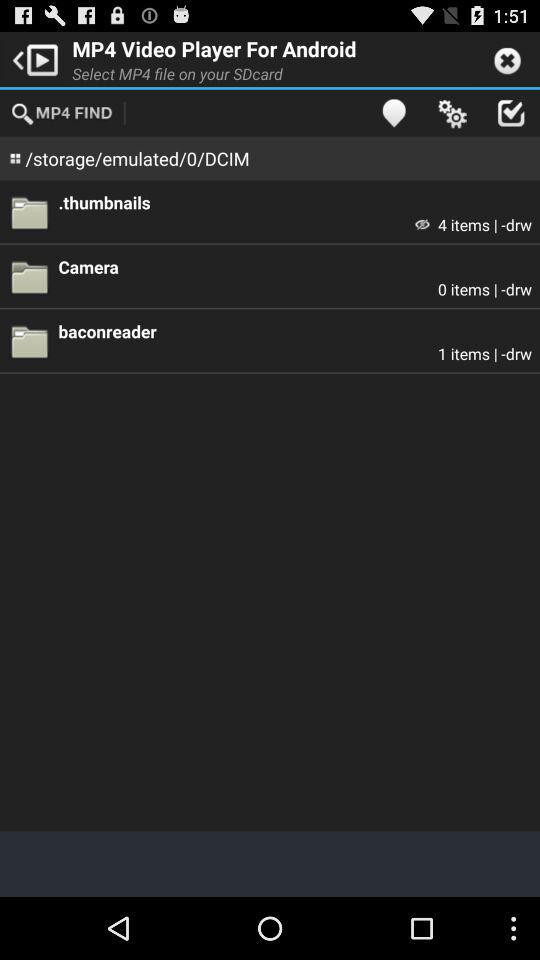 The image size is (540, 960). Describe the element at coordinates (393, 112) in the screenshot. I see `app next to the select mp4 file item` at that location.